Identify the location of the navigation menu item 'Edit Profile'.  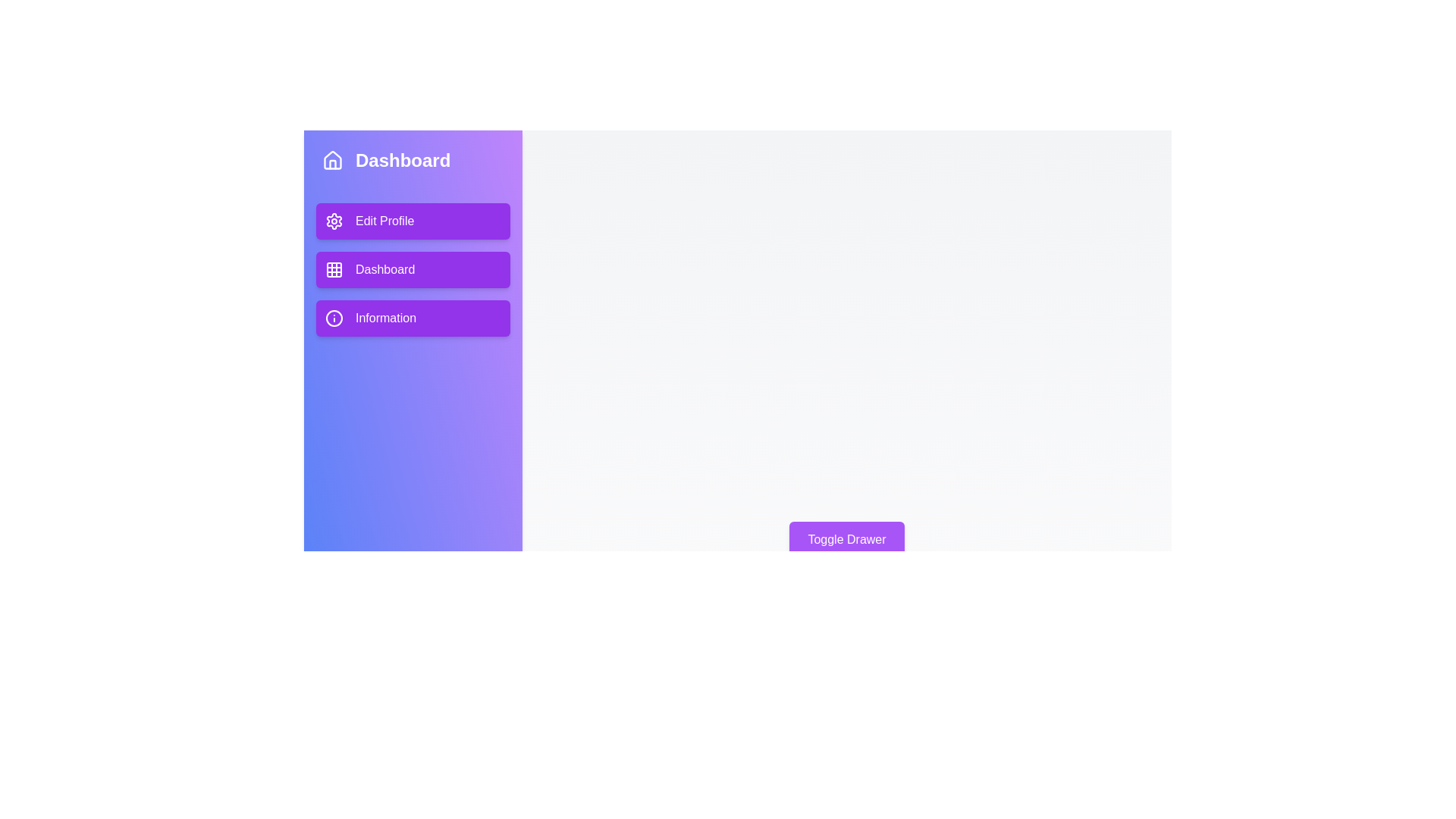
(413, 221).